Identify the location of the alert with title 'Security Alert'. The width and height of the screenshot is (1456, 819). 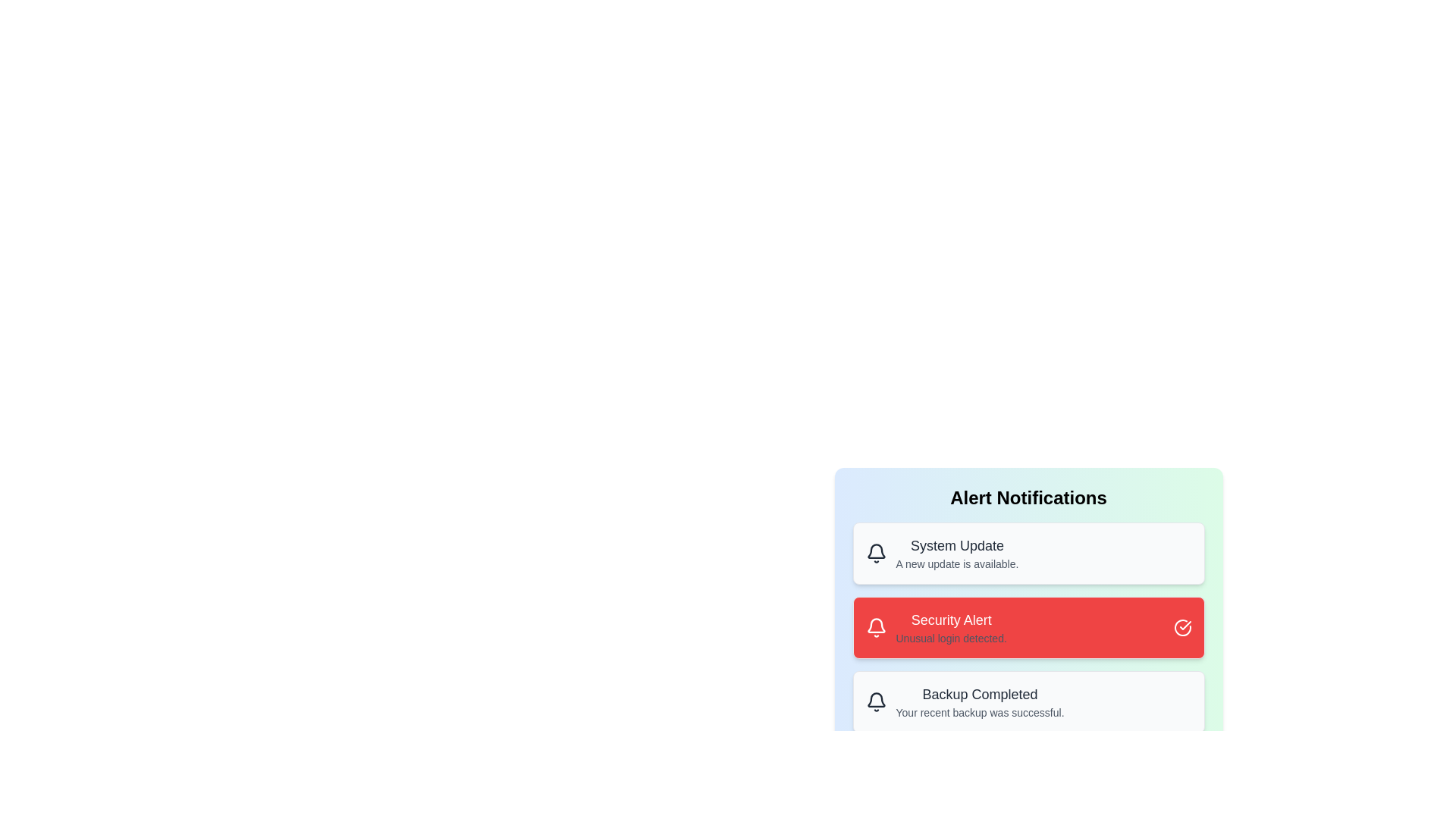
(1028, 628).